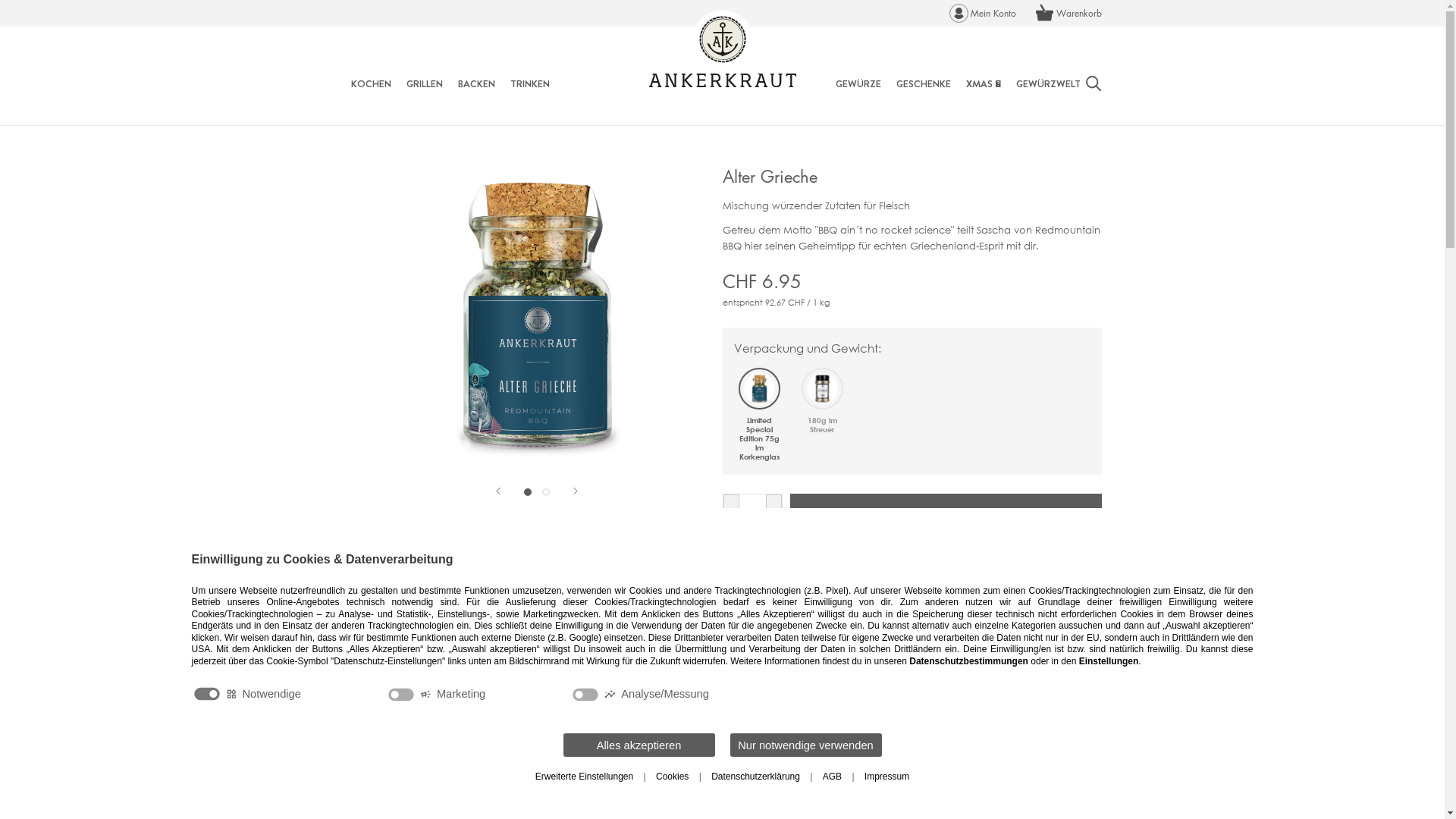 The image size is (1456, 819). Describe the element at coordinates (804, 744) in the screenshot. I see `'Nur notwendige verwenden'` at that location.